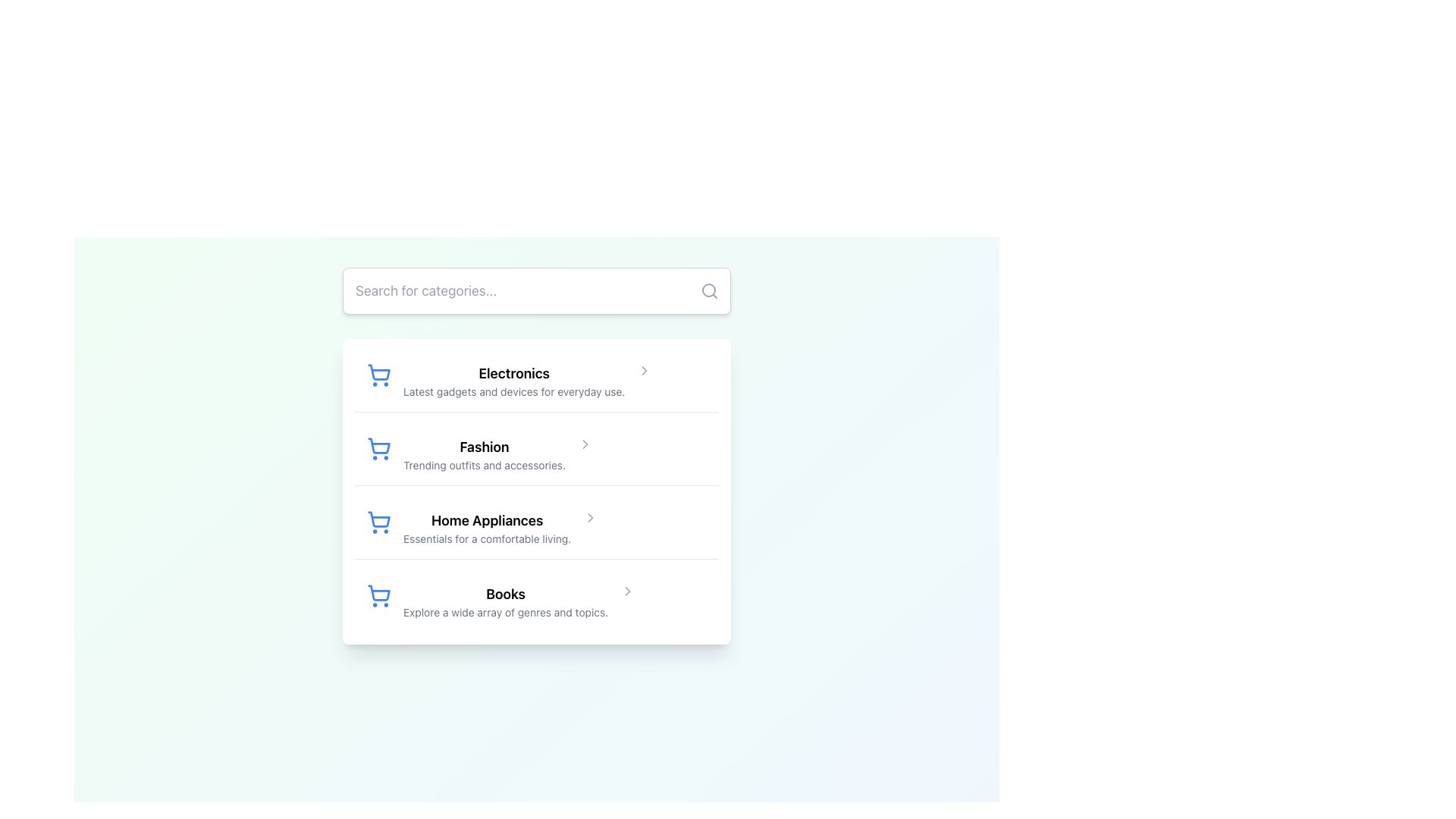 Image resolution: width=1456 pixels, height=819 pixels. What do you see at coordinates (378, 522) in the screenshot?
I see `the shopping cart icon, which is blue and has rounded edges, located on the left side of the 'Home Appliances' entry in the vertical category list` at bounding box center [378, 522].